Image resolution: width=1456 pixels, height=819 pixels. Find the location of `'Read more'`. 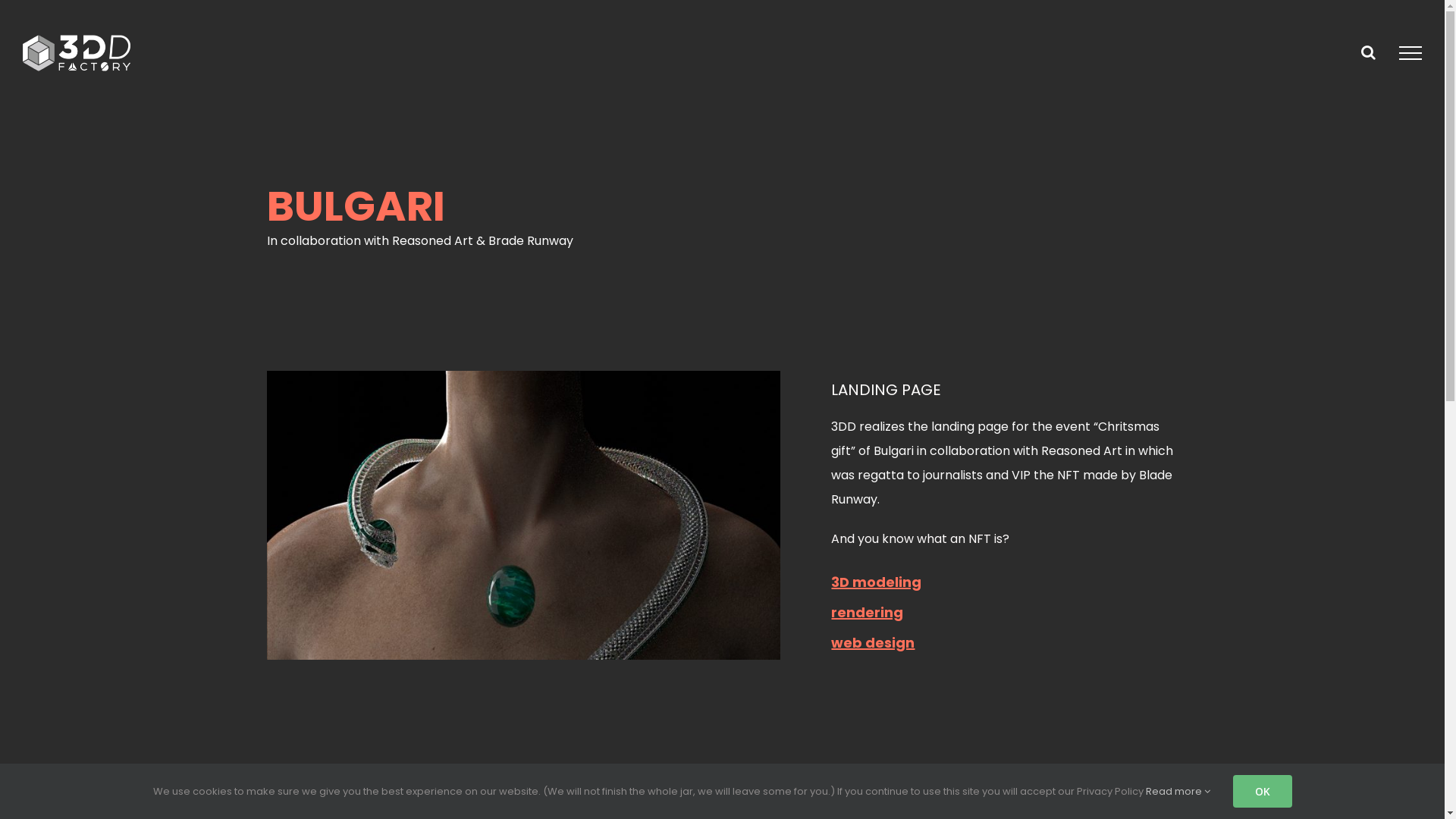

'Read more' is located at coordinates (1176, 790).